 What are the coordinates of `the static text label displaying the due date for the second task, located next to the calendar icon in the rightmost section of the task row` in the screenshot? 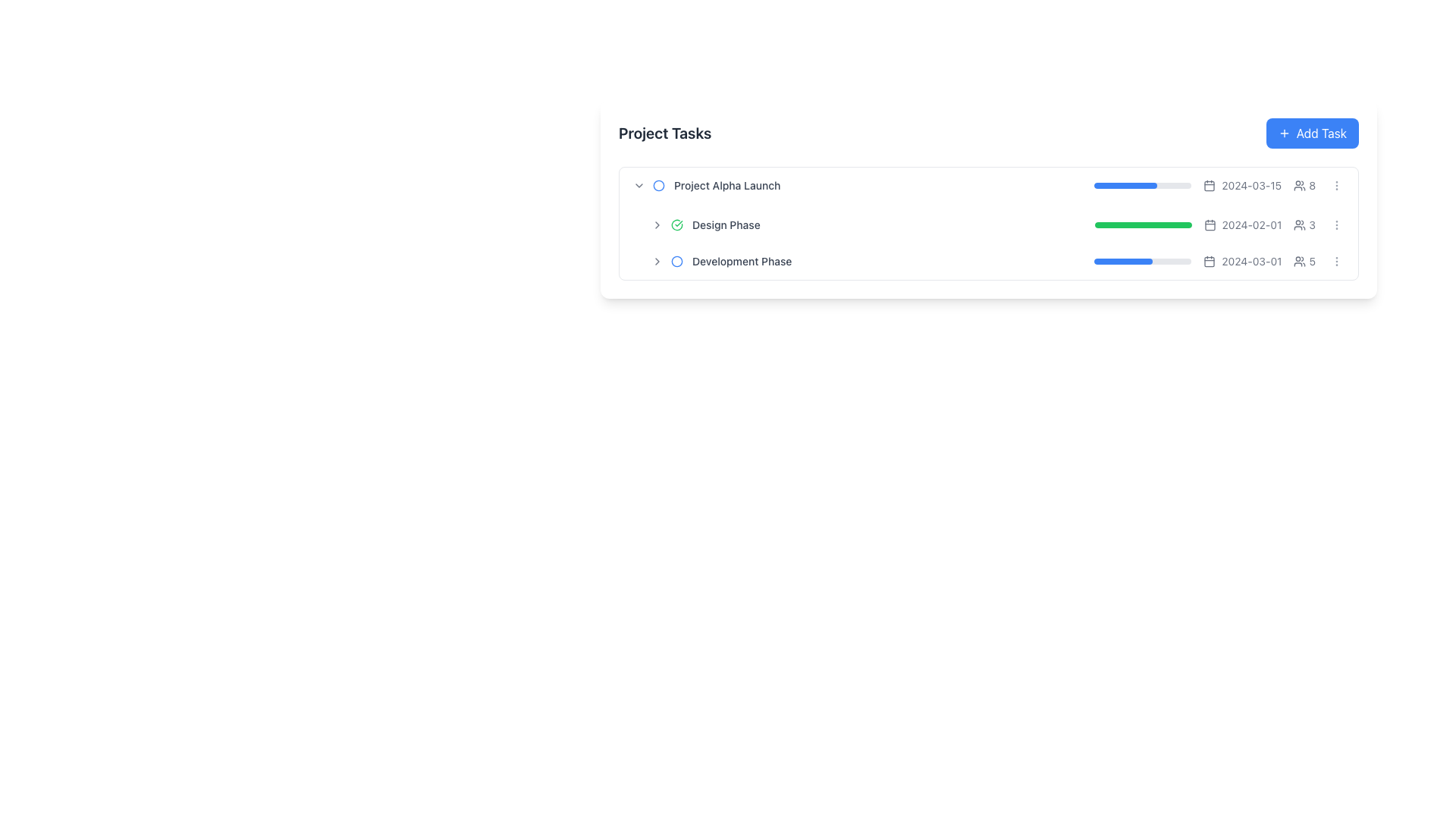 It's located at (1252, 225).